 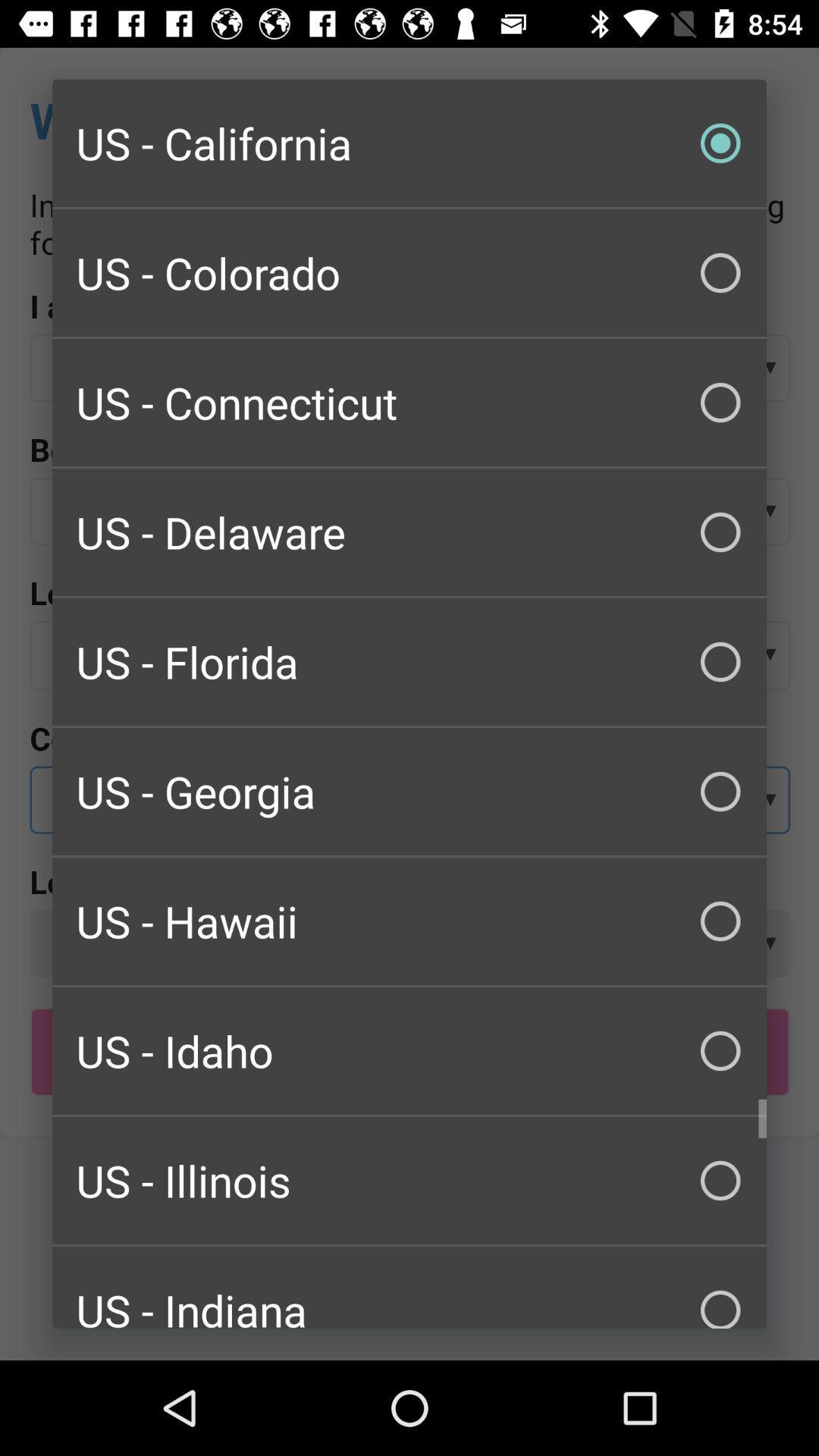 I want to click on the icon above the us - connecticut, so click(x=409, y=273).